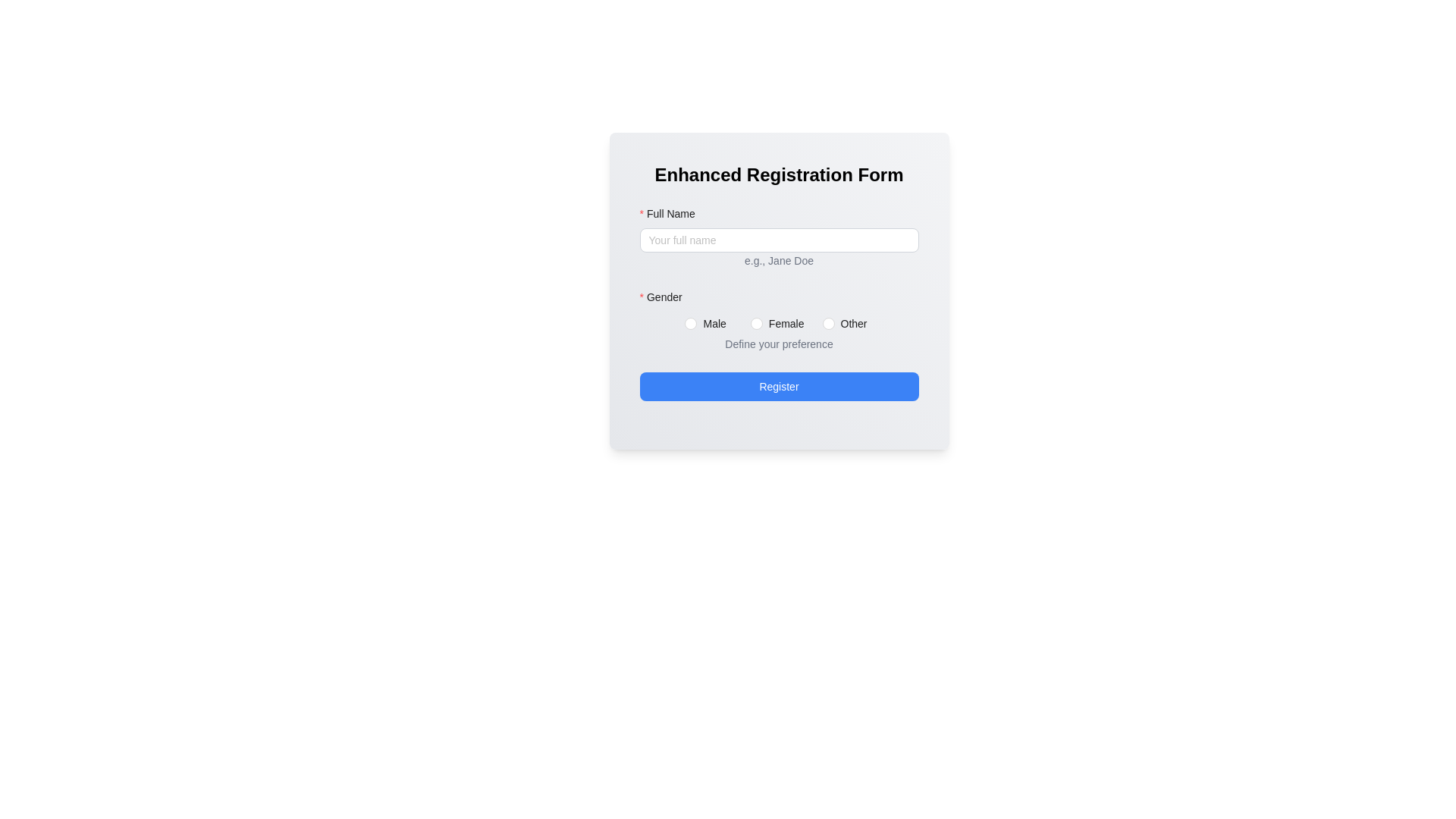 The image size is (1456, 819). Describe the element at coordinates (786, 323) in the screenshot. I see `the 'Female' radio button, which is indicated by the adjacent label positioned between the 'Male' and 'Other' options in the gender selection row` at that location.